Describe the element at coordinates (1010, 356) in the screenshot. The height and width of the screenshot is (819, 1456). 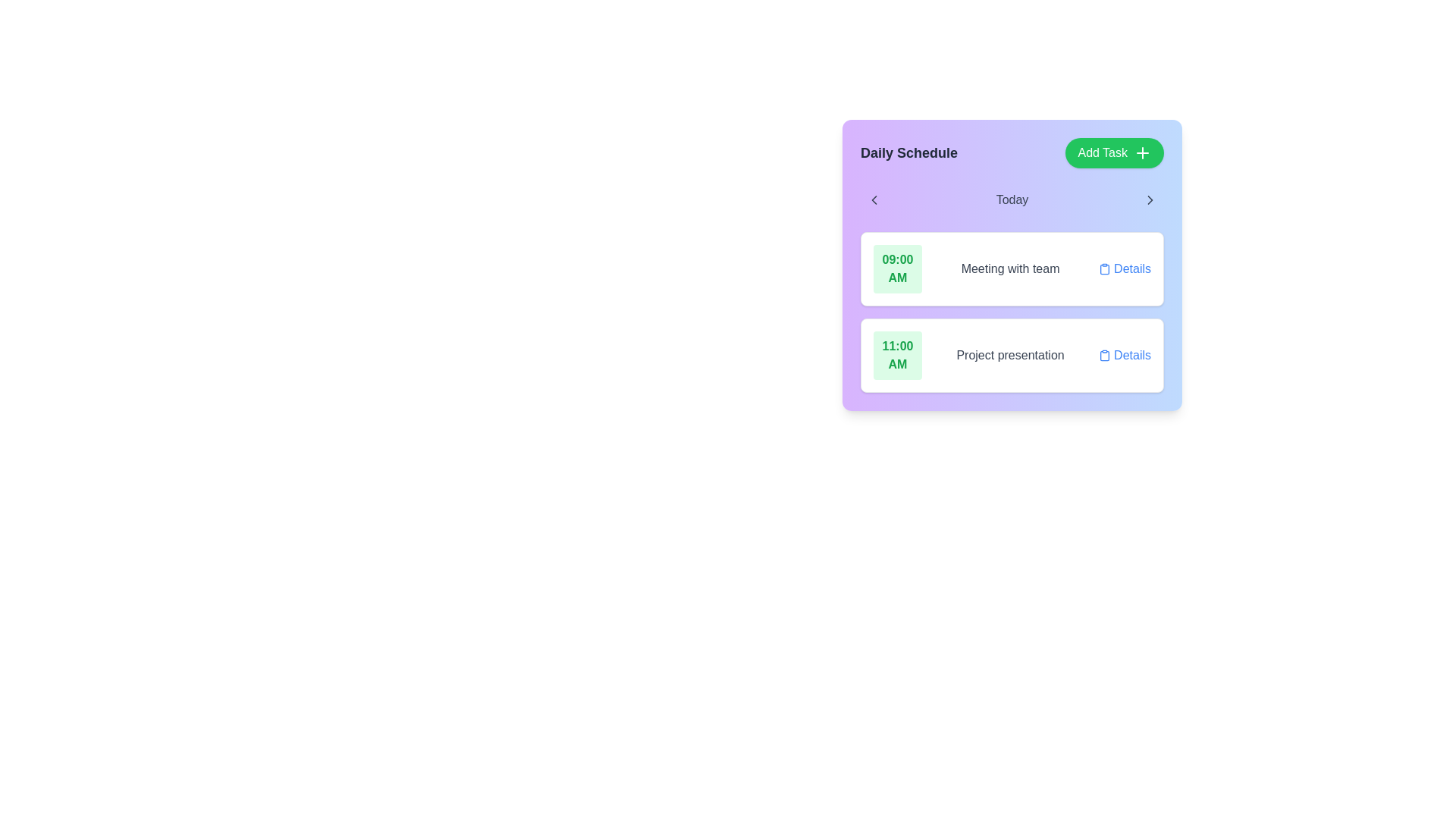
I see `the Text Label that describes the scheduled activity, which is located to the right of the green time label ('11:00 AM') and to the left of the blue 'Details' link` at that location.